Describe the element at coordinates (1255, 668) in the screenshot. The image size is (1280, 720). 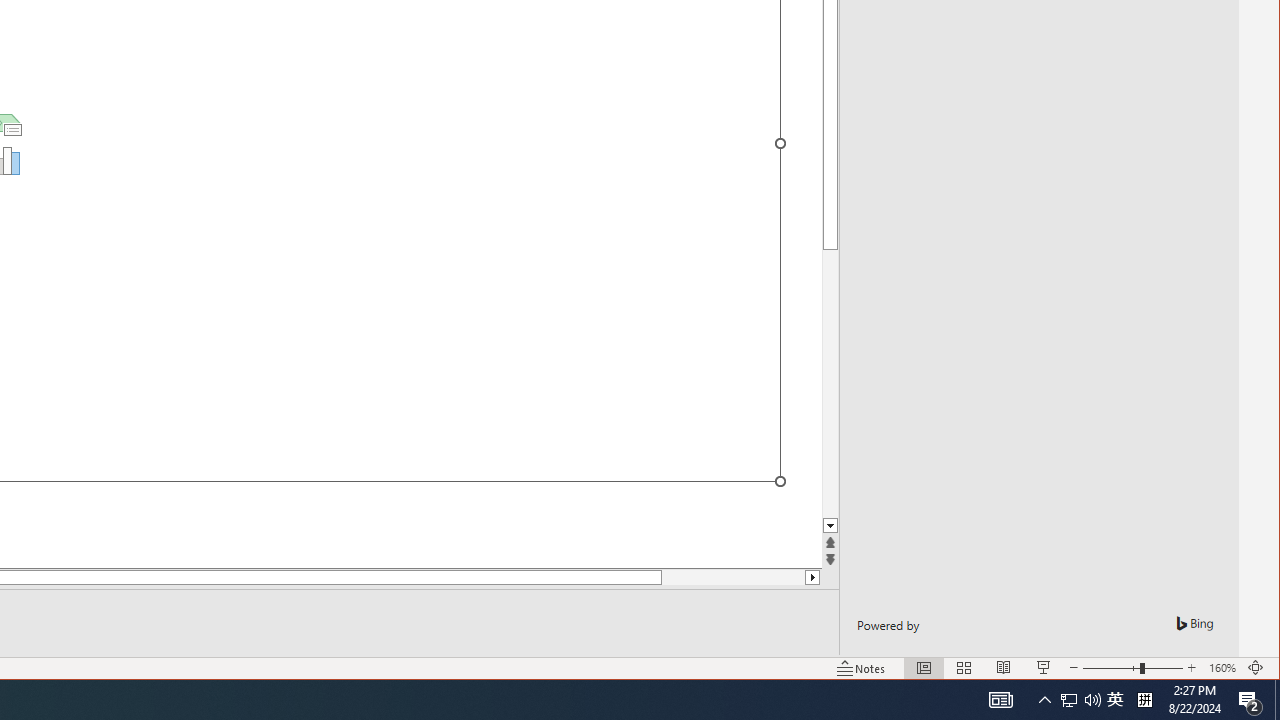
I see `'Action Center, 2 new notifications'` at that location.